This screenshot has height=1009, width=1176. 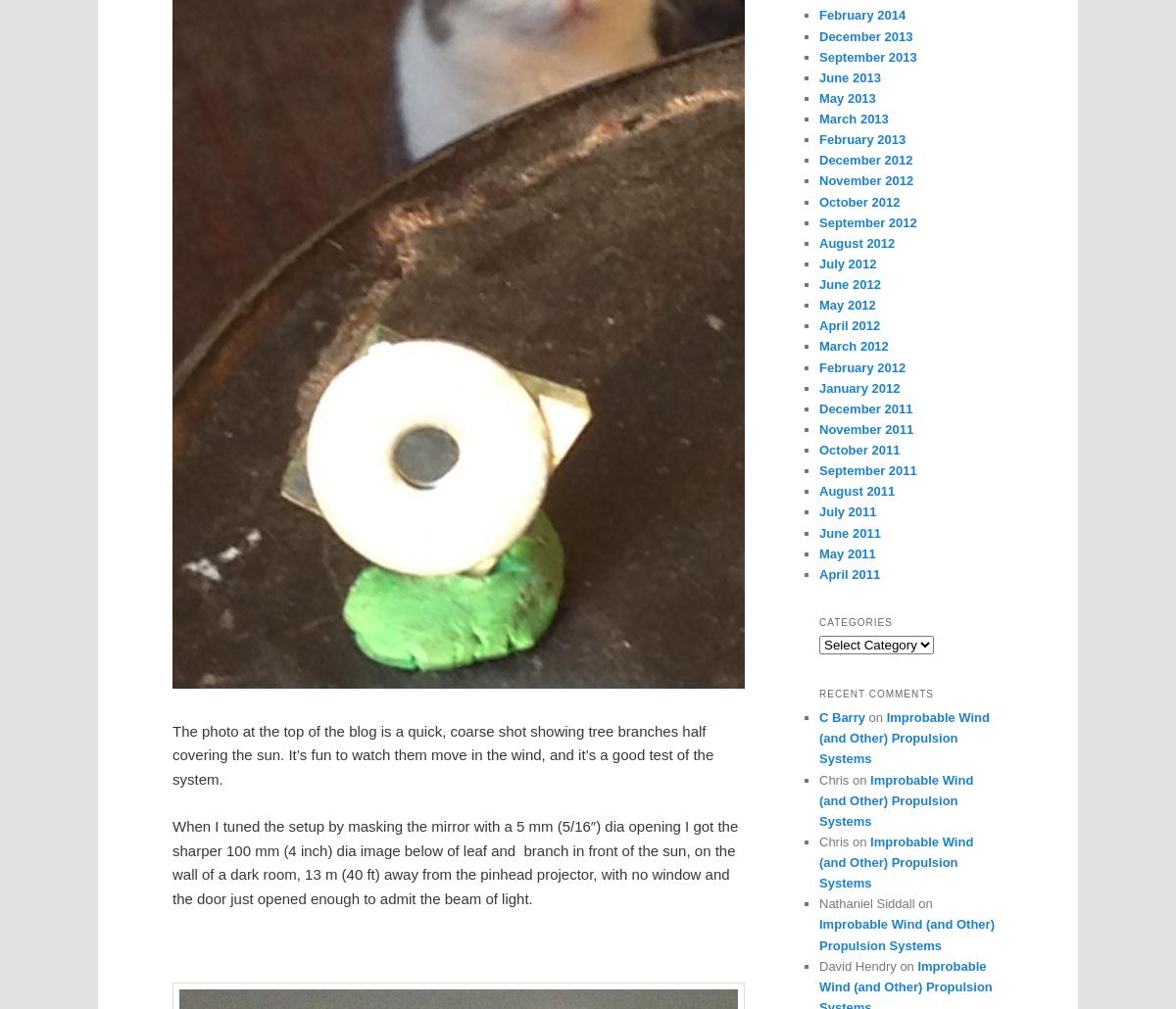 What do you see at coordinates (818, 304) in the screenshot?
I see `'May 2012'` at bounding box center [818, 304].